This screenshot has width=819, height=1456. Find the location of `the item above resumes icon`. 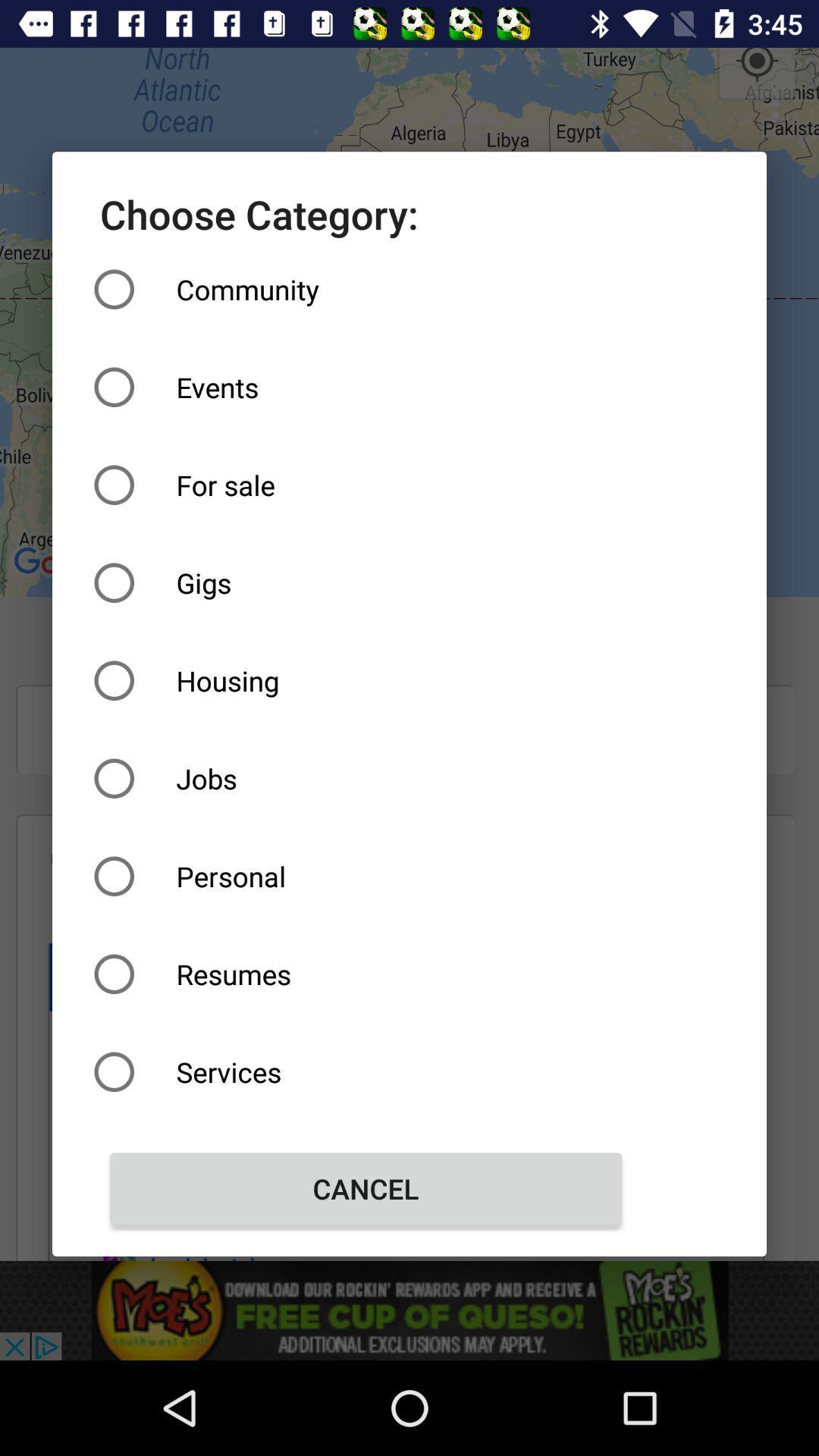

the item above resumes icon is located at coordinates (366, 876).